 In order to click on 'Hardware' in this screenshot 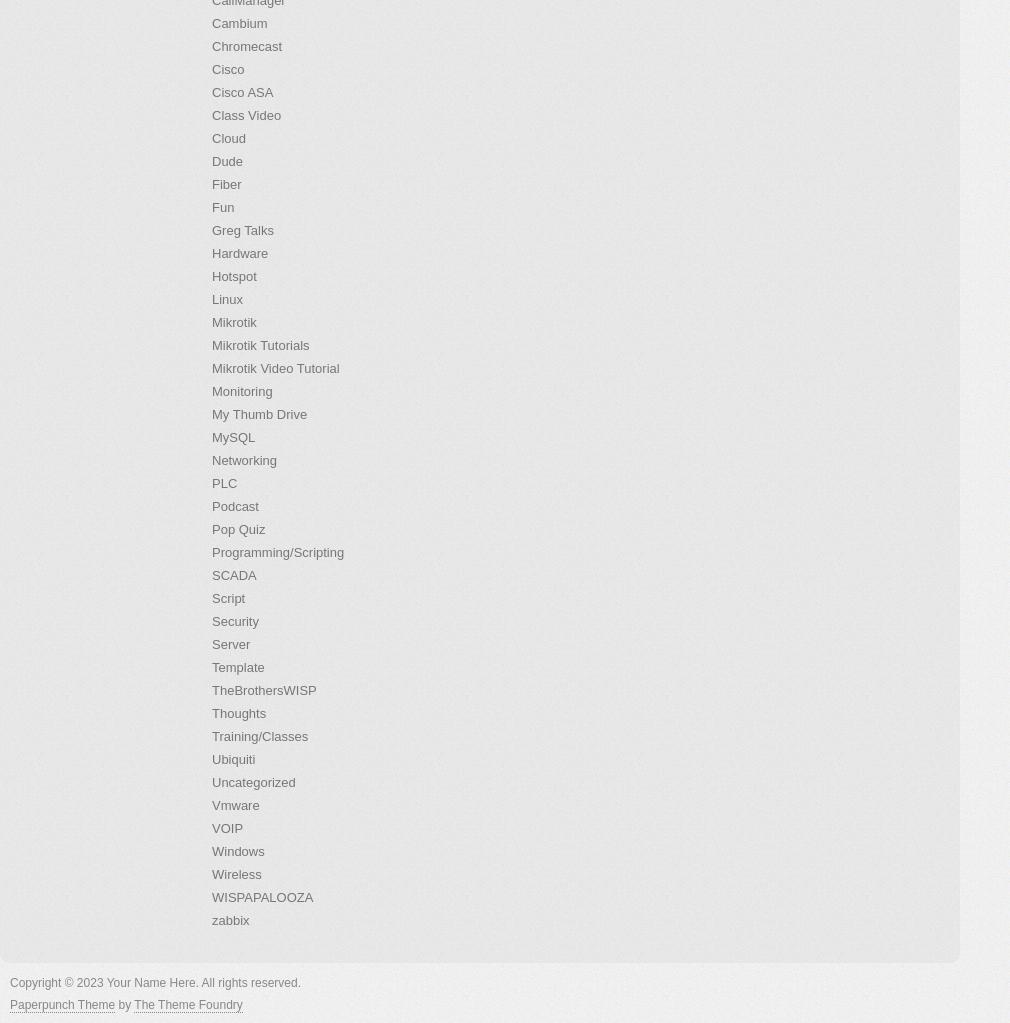, I will do `click(238, 253)`.